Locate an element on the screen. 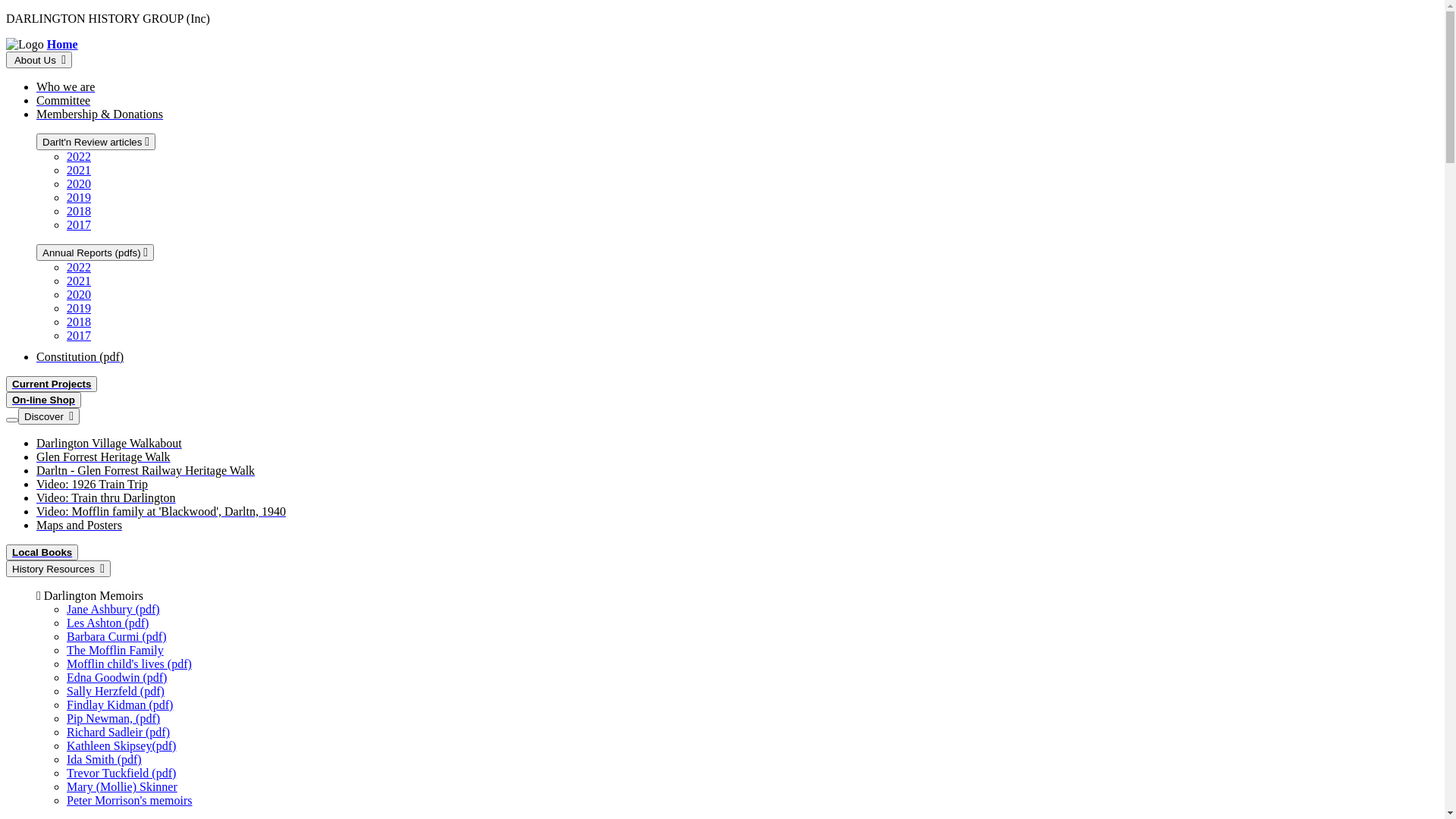 The width and height of the screenshot is (1456, 819). 'Mary (Mollie) Skinner' is located at coordinates (122, 786).